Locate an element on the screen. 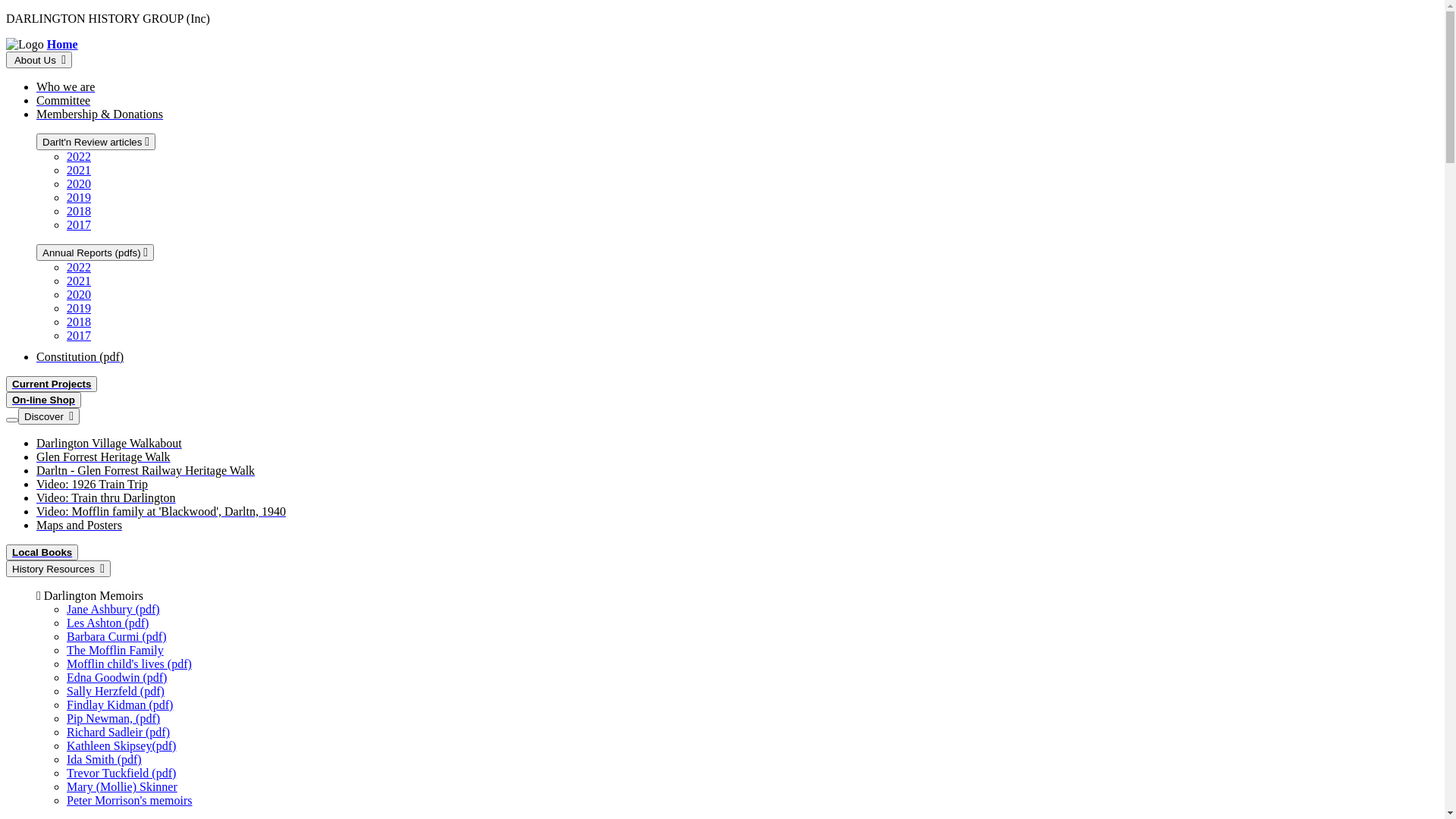 The width and height of the screenshot is (1456, 819). 'Mary (Mollie) Skinner' is located at coordinates (122, 786).